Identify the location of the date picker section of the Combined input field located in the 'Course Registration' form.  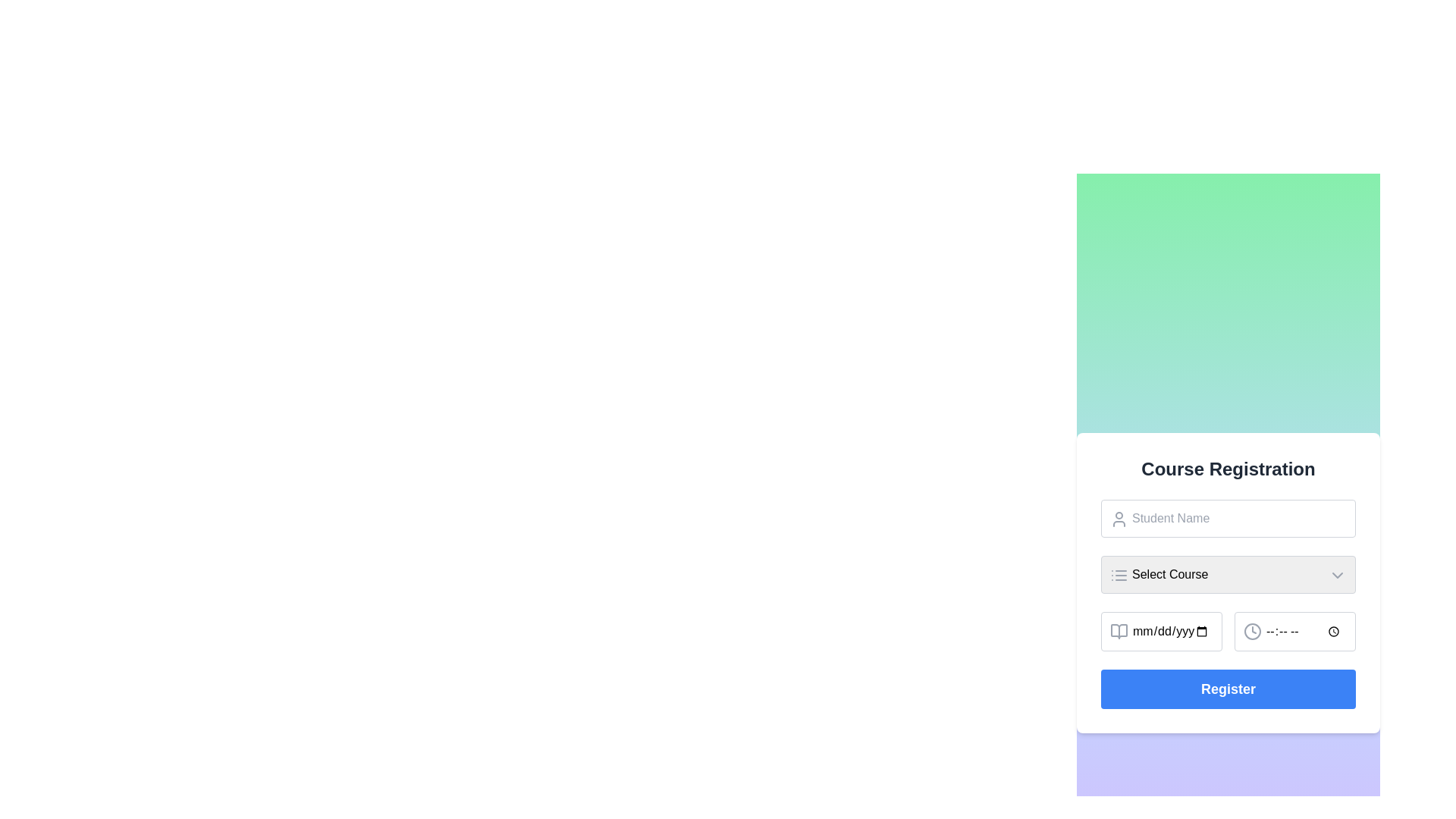
(1228, 632).